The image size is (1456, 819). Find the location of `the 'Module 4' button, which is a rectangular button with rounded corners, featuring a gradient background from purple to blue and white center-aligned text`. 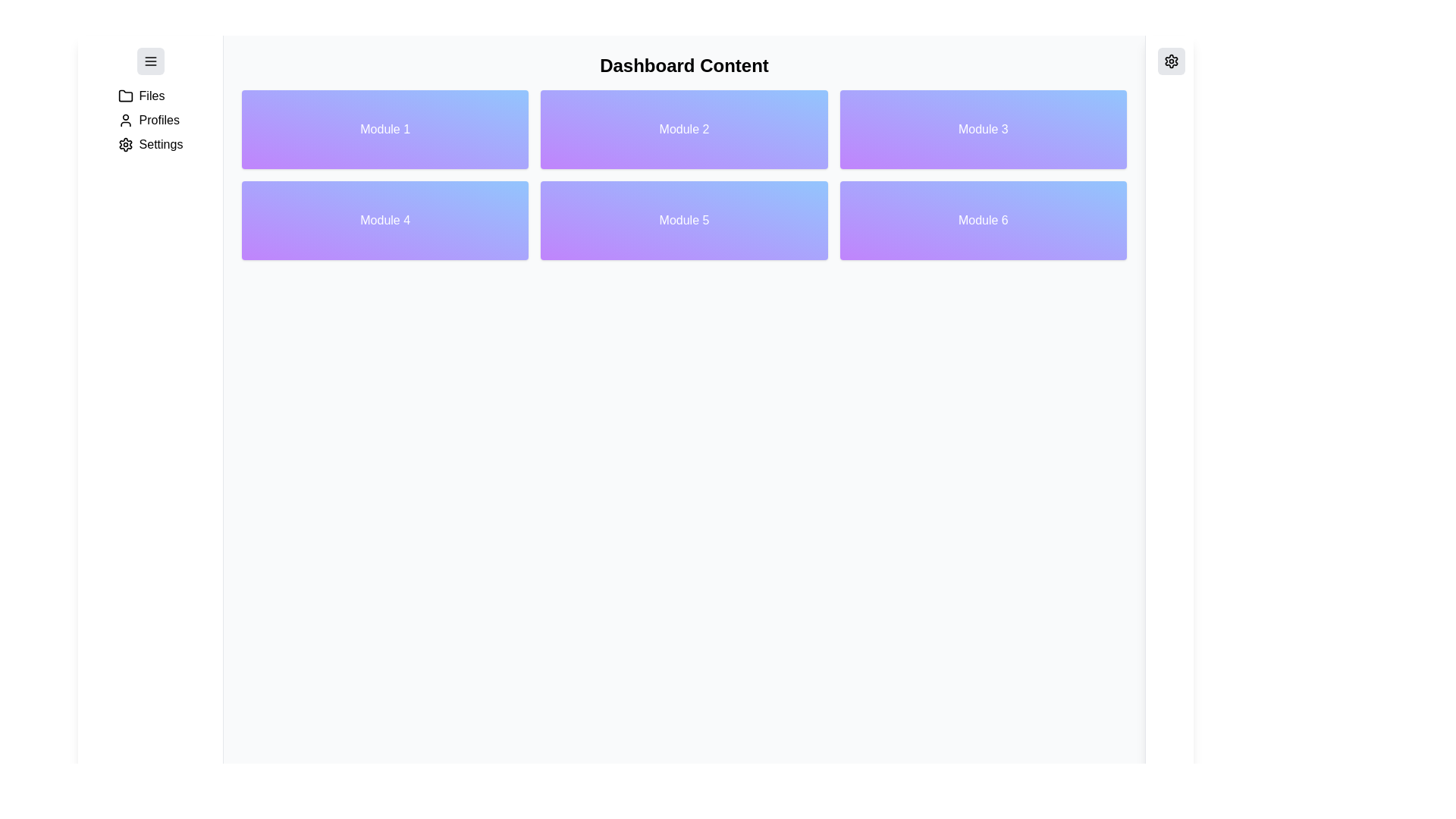

the 'Module 4' button, which is a rectangular button with rounded corners, featuring a gradient background from purple to blue and white center-aligned text is located at coordinates (385, 220).